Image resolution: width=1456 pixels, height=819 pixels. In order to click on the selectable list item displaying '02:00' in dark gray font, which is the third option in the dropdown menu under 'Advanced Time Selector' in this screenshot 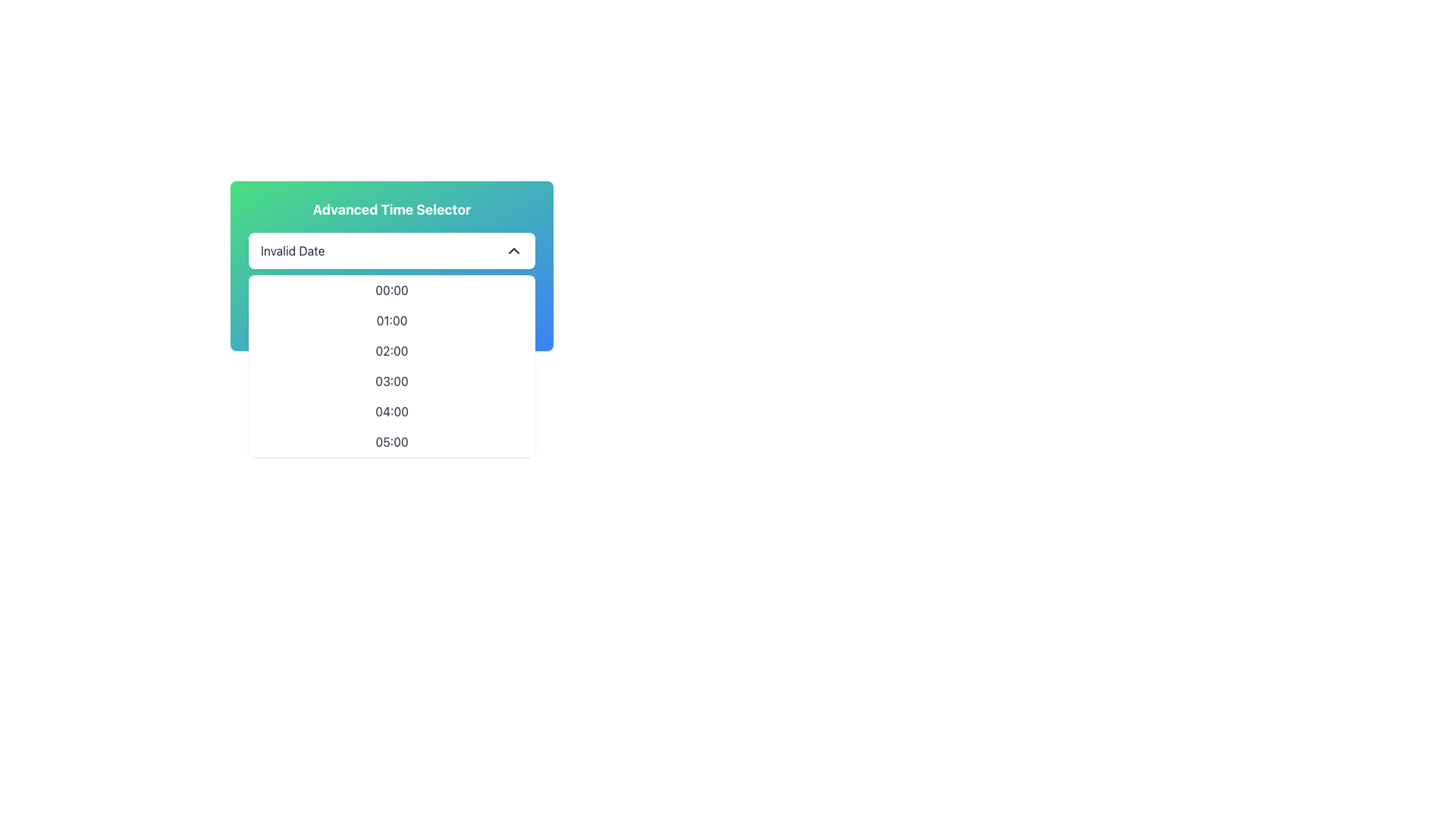, I will do `click(392, 350)`.